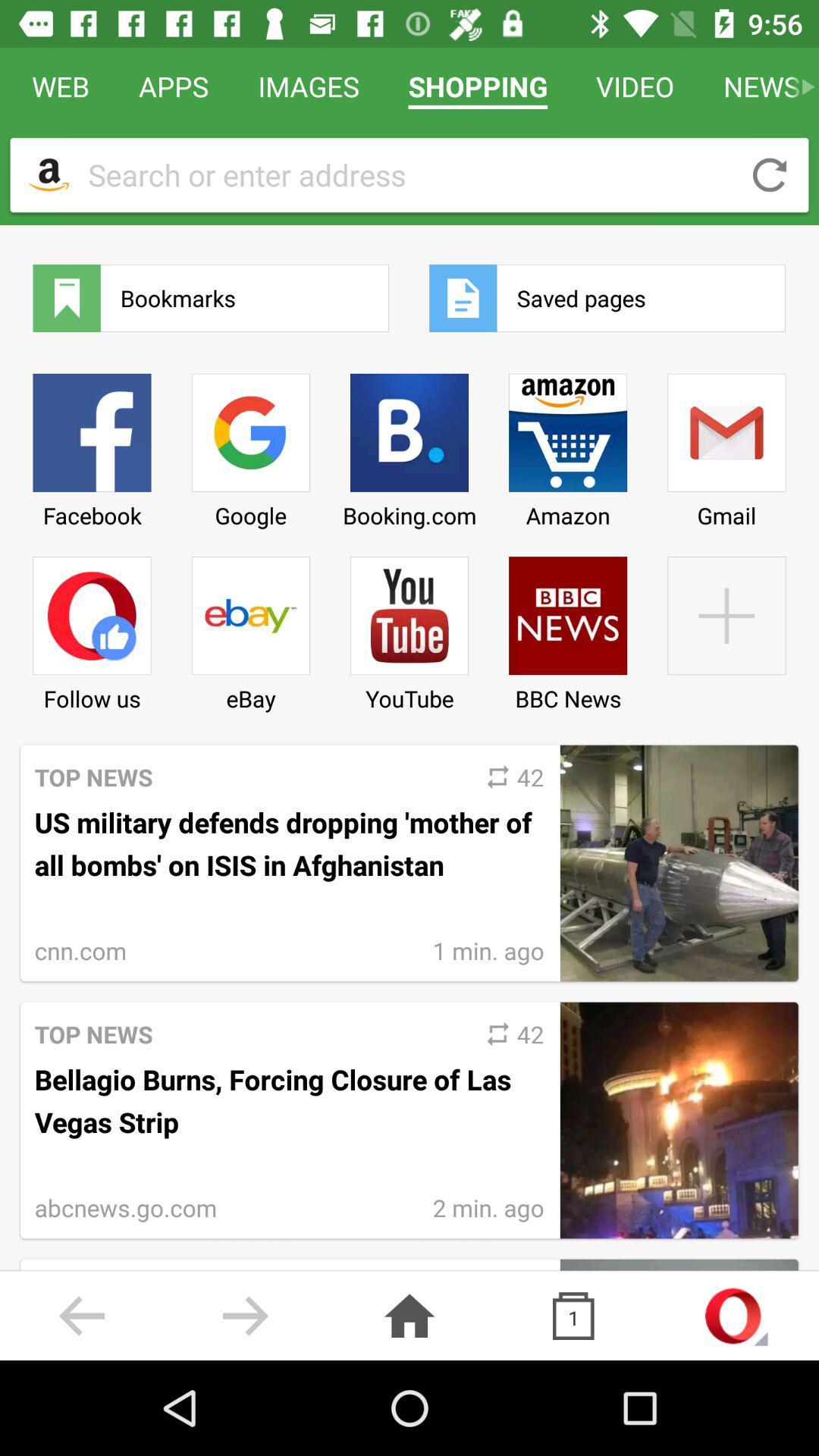  What do you see at coordinates (308, 86) in the screenshot?
I see `icon to the left of the shopping icon` at bounding box center [308, 86].